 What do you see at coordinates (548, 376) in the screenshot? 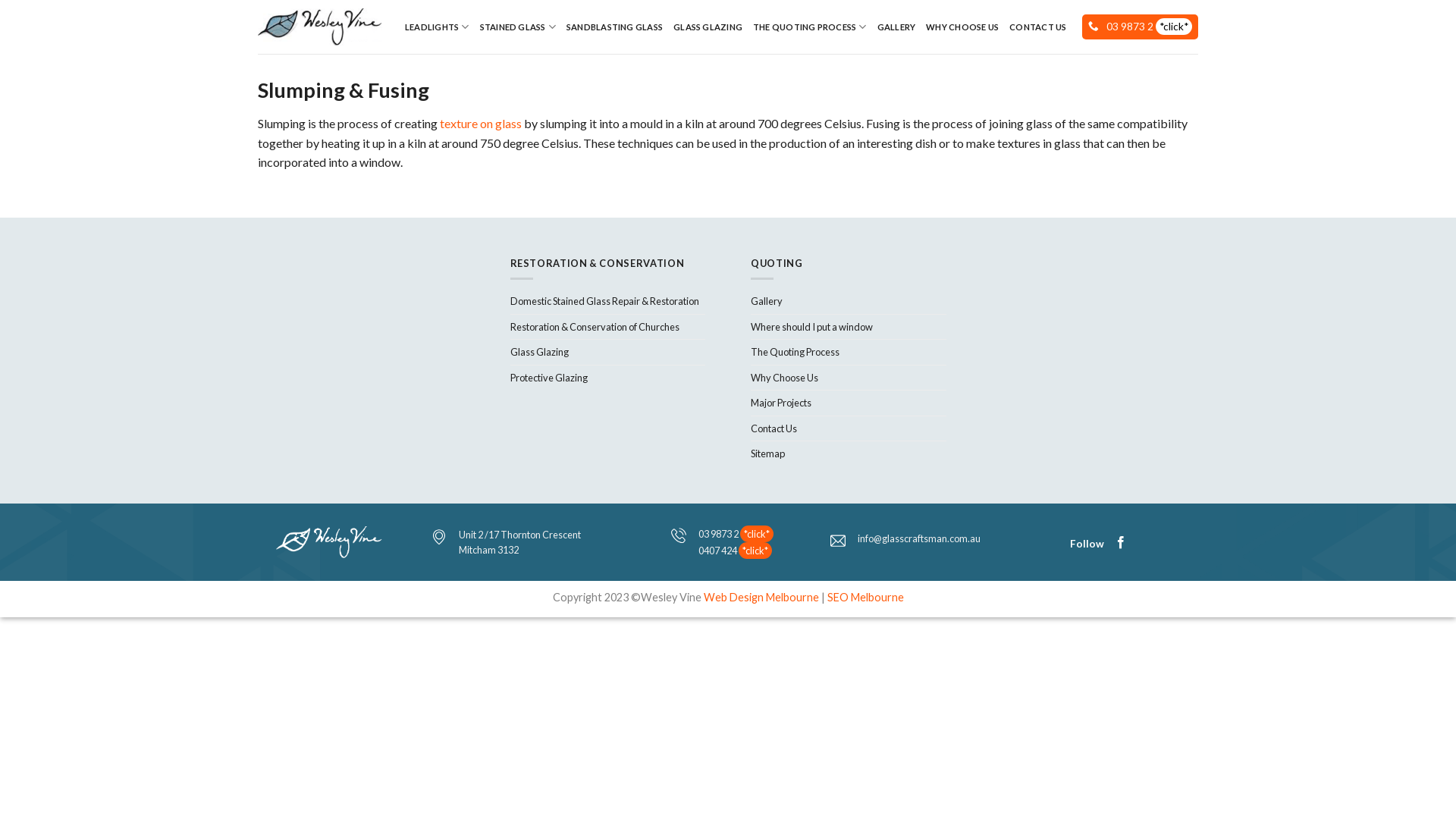
I see `'Protective Glazing'` at bounding box center [548, 376].